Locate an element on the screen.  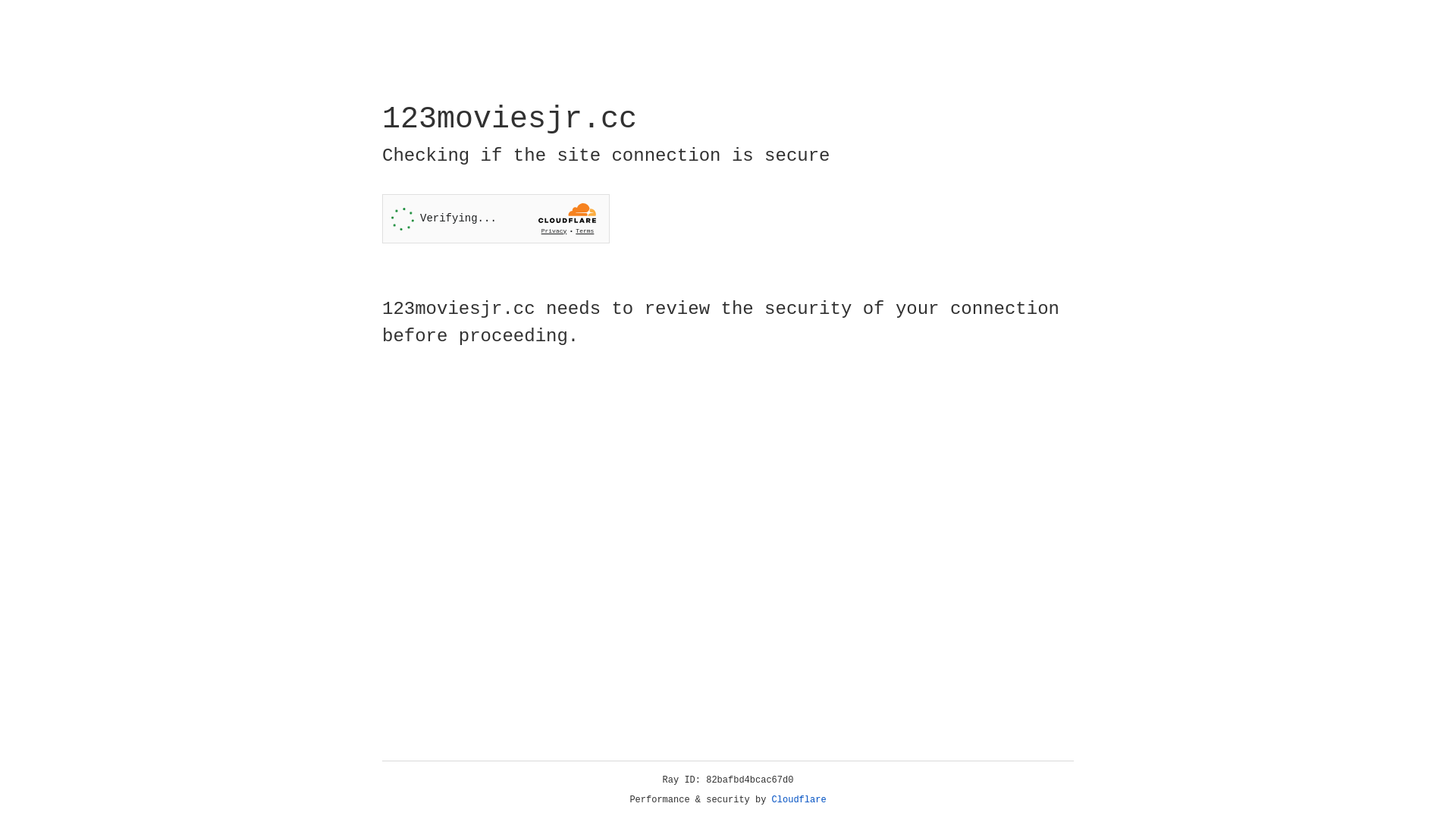
'Cloudflare' is located at coordinates (771, 799).